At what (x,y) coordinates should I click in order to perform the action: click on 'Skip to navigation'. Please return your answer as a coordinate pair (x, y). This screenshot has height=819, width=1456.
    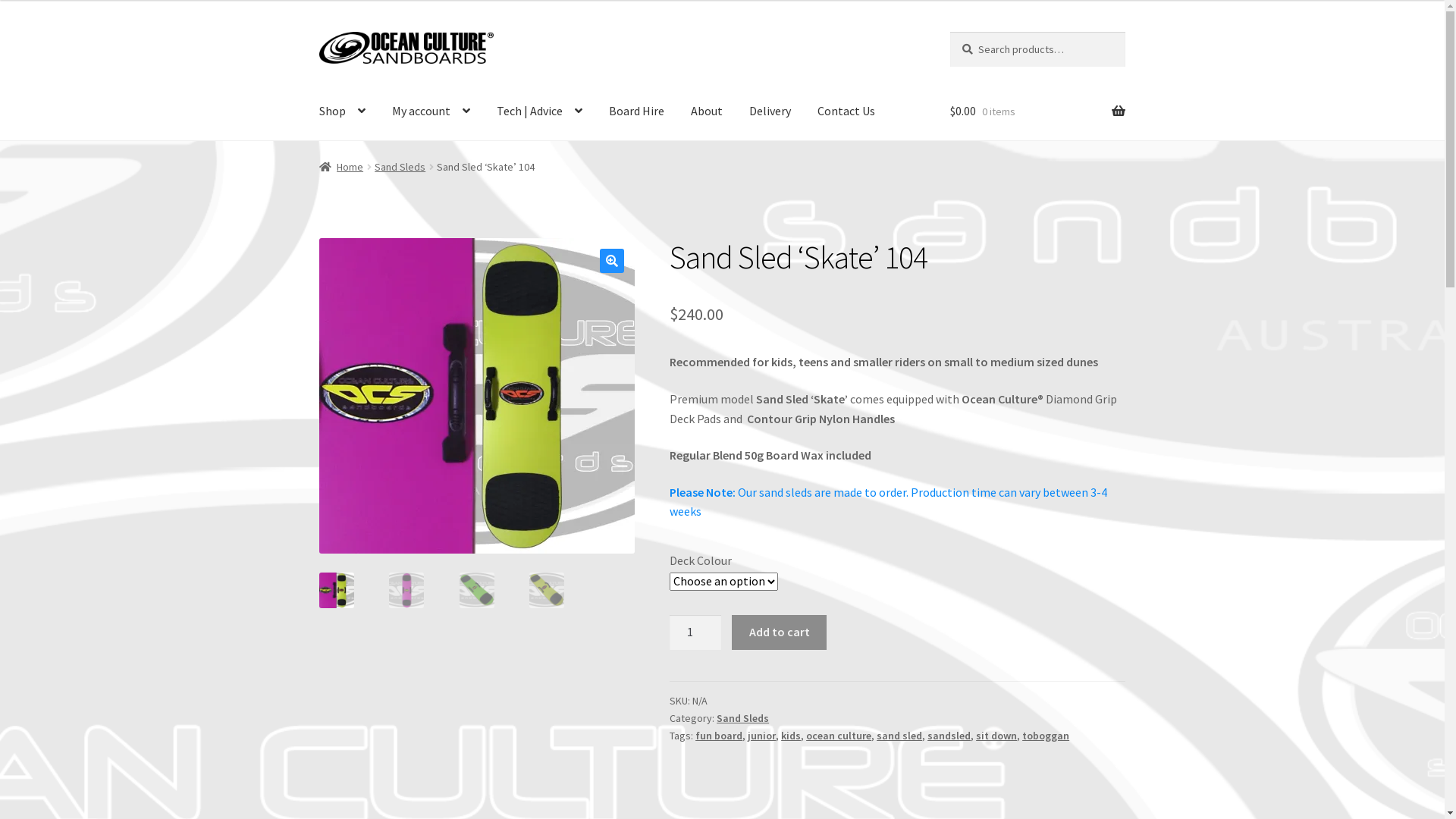
    Looking at the image, I should click on (318, 31).